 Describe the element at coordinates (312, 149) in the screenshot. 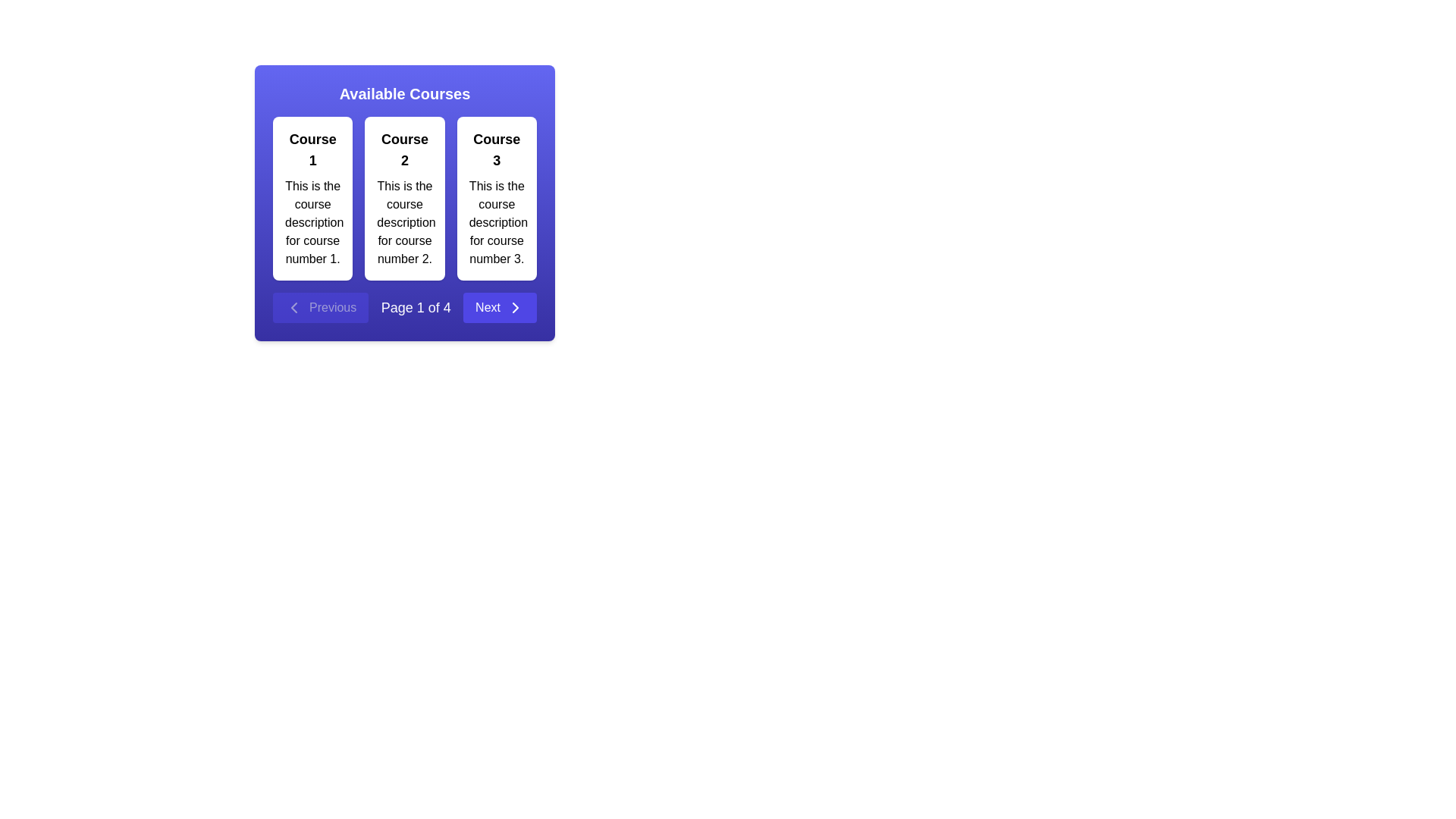

I see `the text element displaying 'Course 1', which is styled as a bold heading in a larger black font, located at the top of the first course card` at that location.